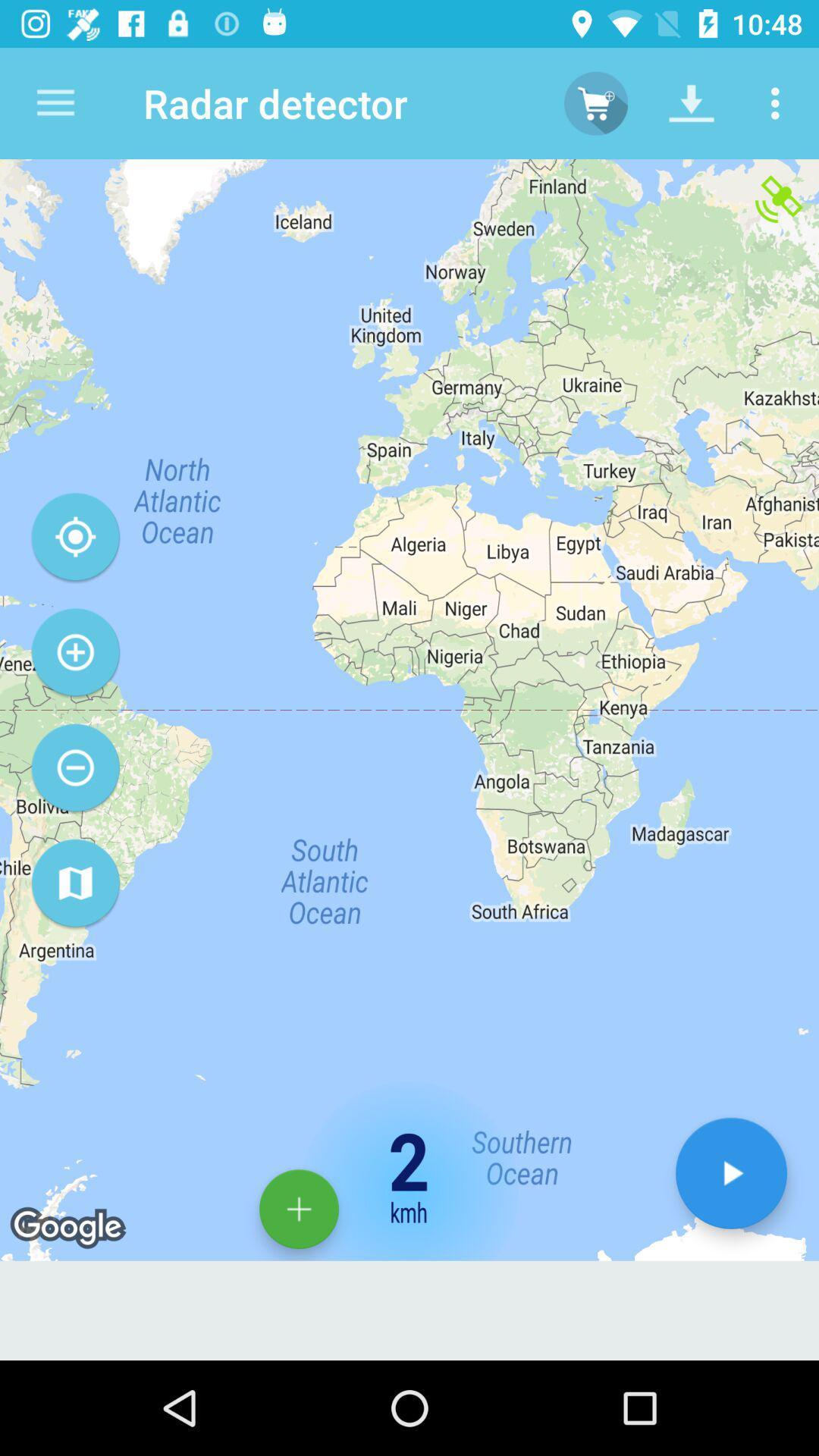 This screenshot has height=1456, width=819. Describe the element at coordinates (730, 1172) in the screenshot. I see `the play icon` at that location.